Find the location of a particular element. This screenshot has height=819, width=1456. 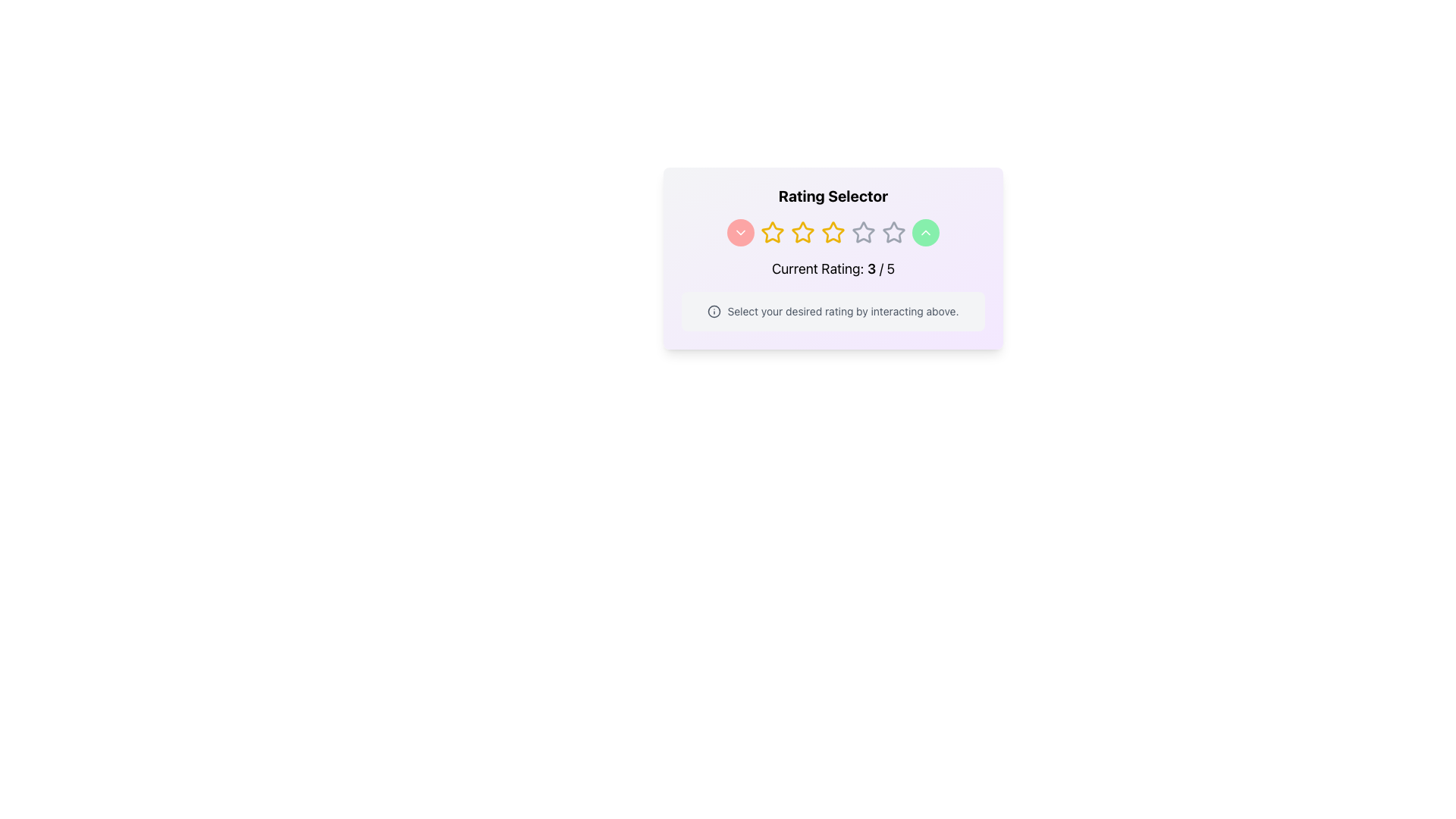

the bold-styled number '3' in the text 'Current Rating: 3 / 5', which is prominently displayed in a larger font size within the centralized card interface is located at coordinates (871, 268).